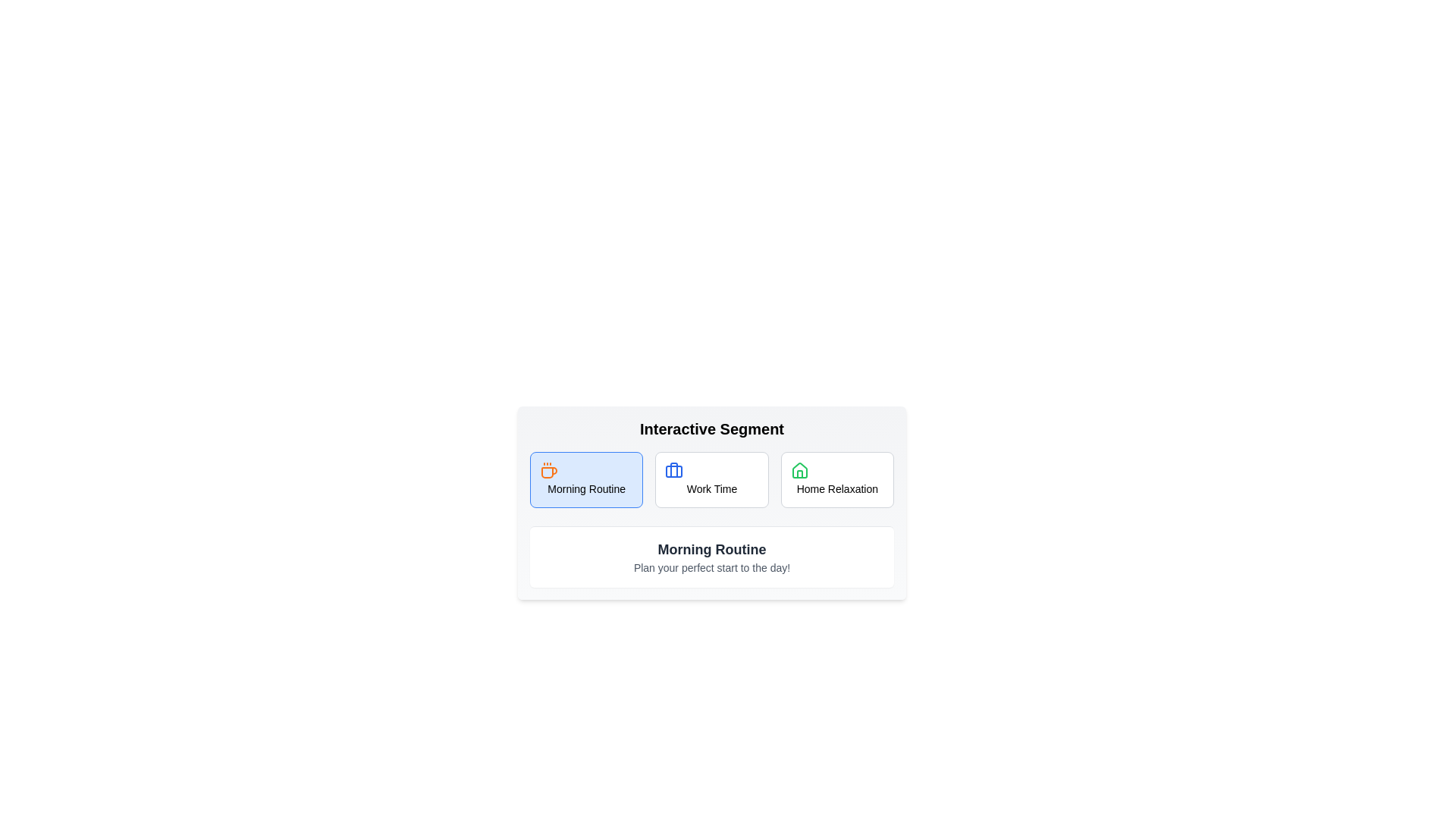 The height and width of the screenshot is (819, 1456). I want to click on the 'Home Relaxation' icon, which serves as a visual identifier for the relaxation section in the interface, located in the right section of three similar cards, so click(799, 470).